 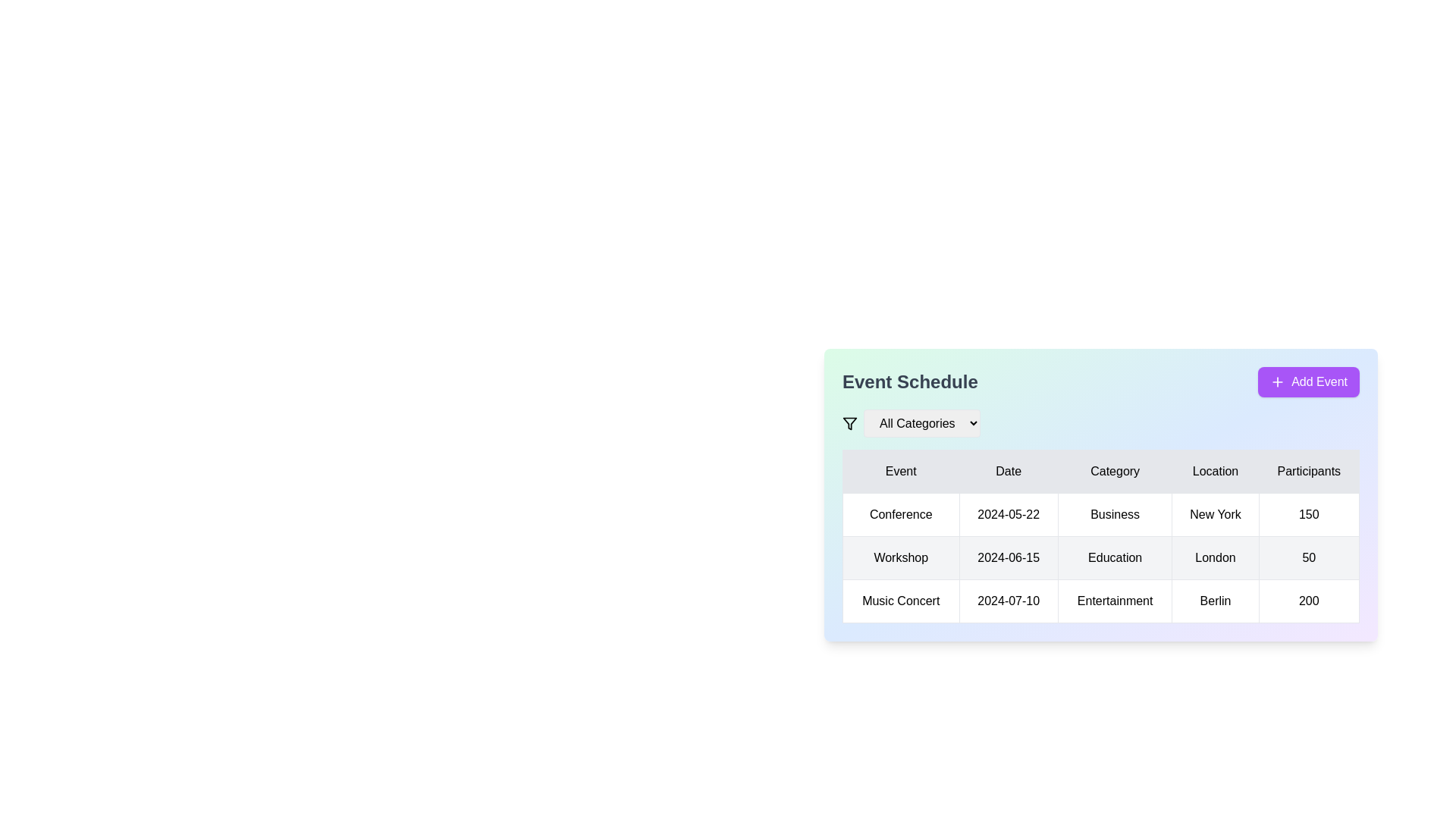 What do you see at coordinates (1100, 470) in the screenshot?
I see `the 'Category' table header cell to sort the table by this column` at bounding box center [1100, 470].